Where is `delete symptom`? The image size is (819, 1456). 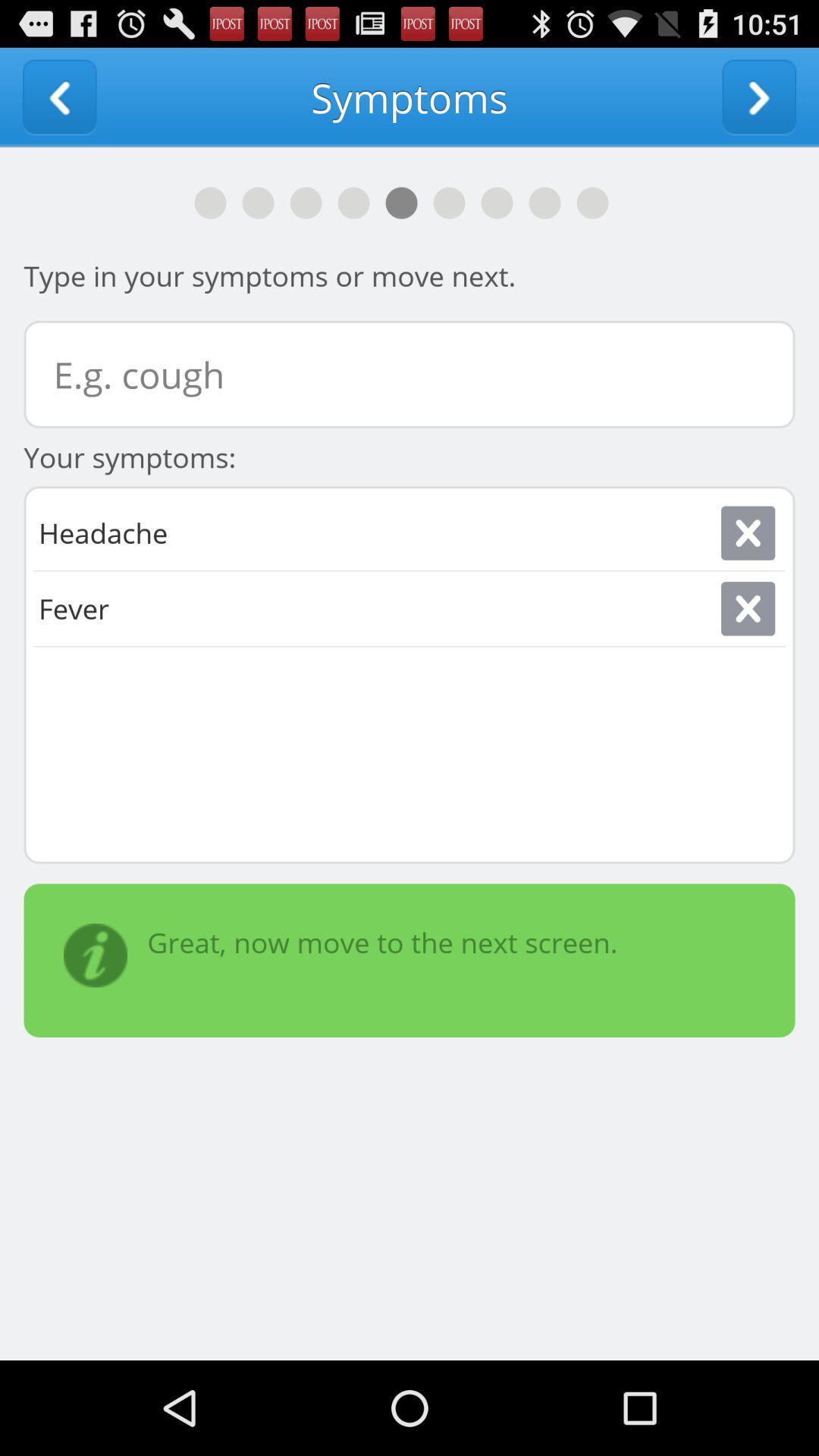
delete symptom is located at coordinates (747, 533).